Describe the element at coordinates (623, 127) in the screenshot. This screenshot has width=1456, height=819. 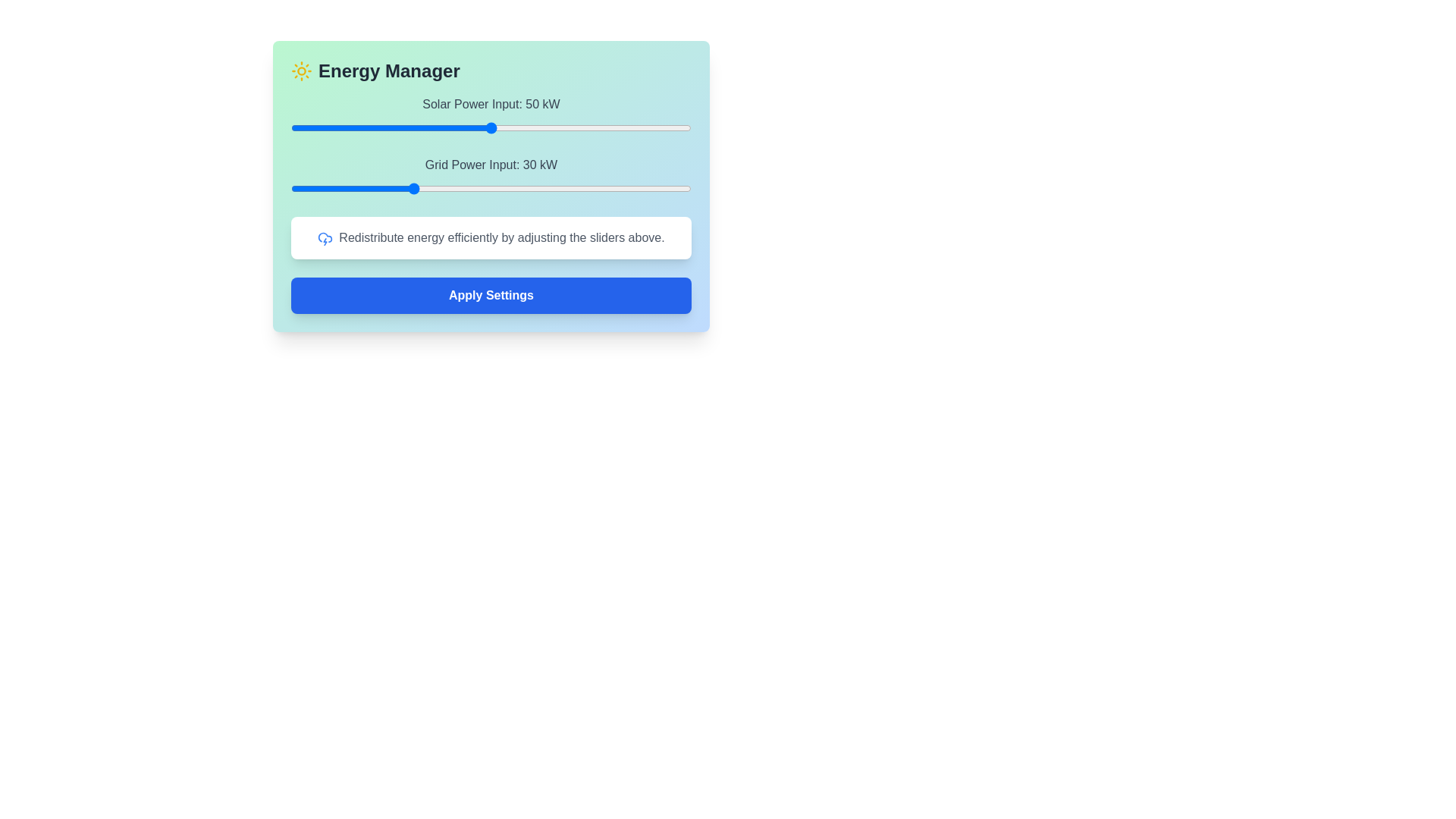
I see `the Solar Power Input slider to 83 kW` at that location.